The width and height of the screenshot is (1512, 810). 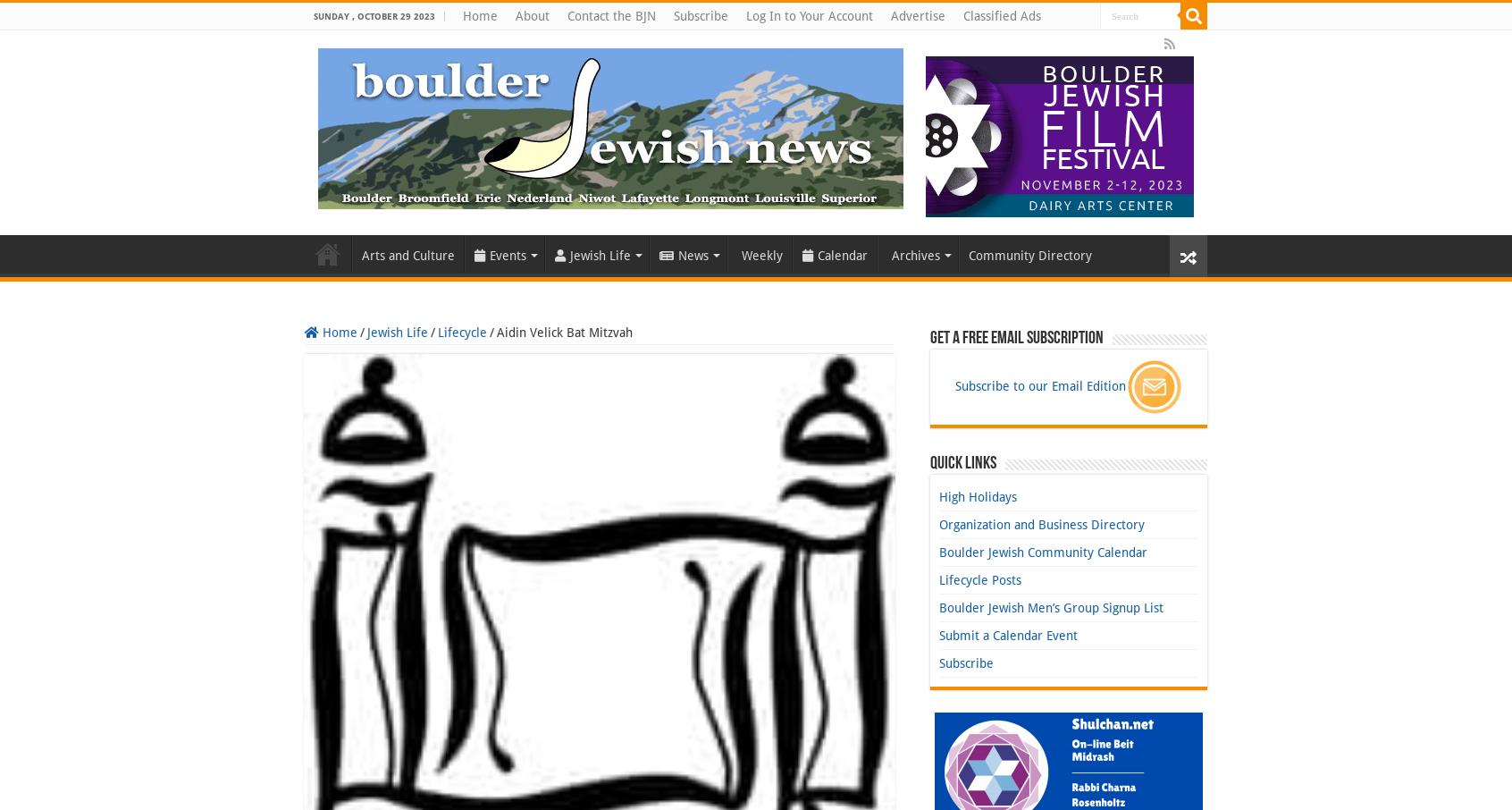 I want to click on 'Subscribe', so click(x=966, y=662).